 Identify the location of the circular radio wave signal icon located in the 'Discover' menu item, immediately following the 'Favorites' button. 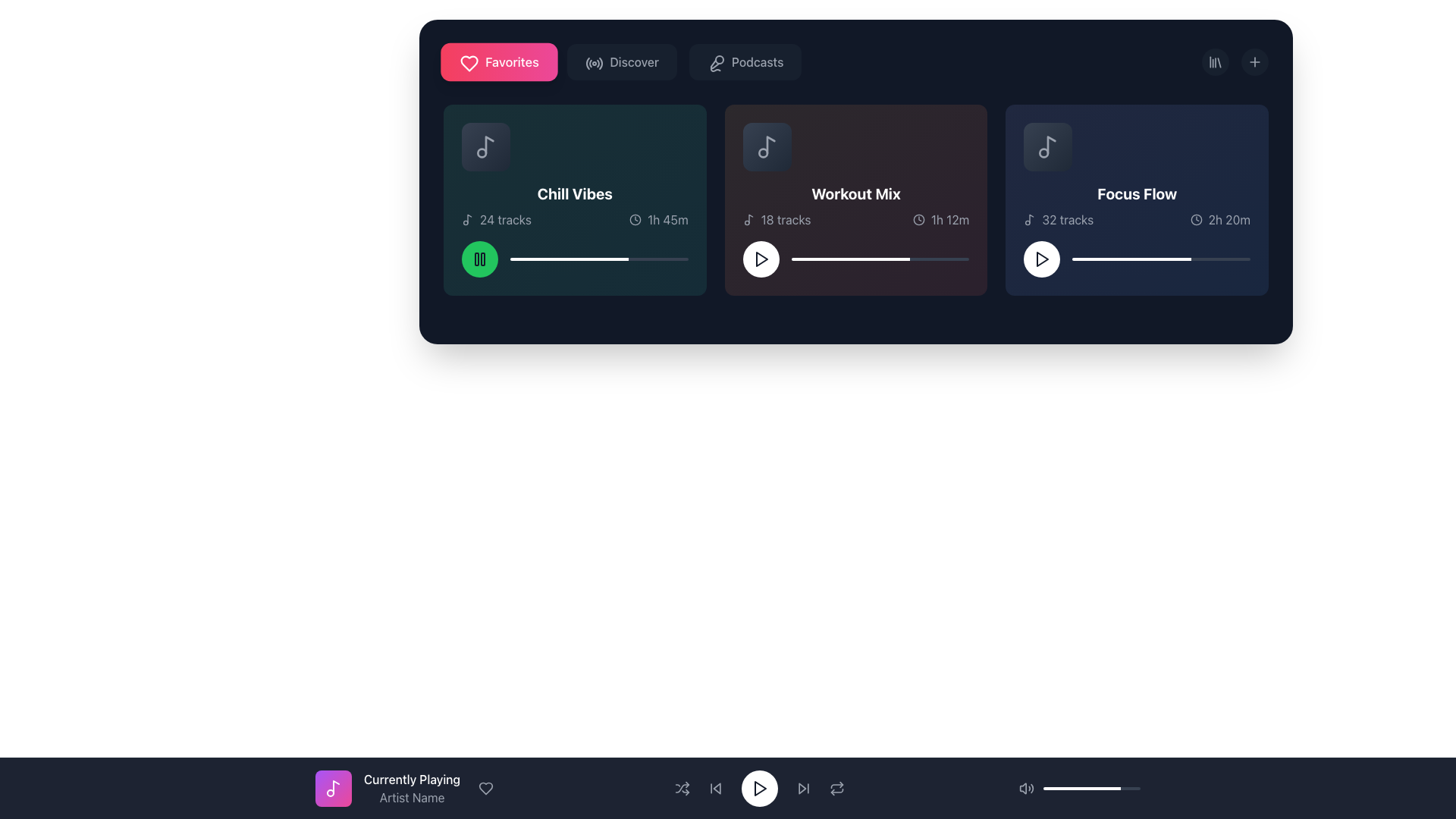
(592, 61).